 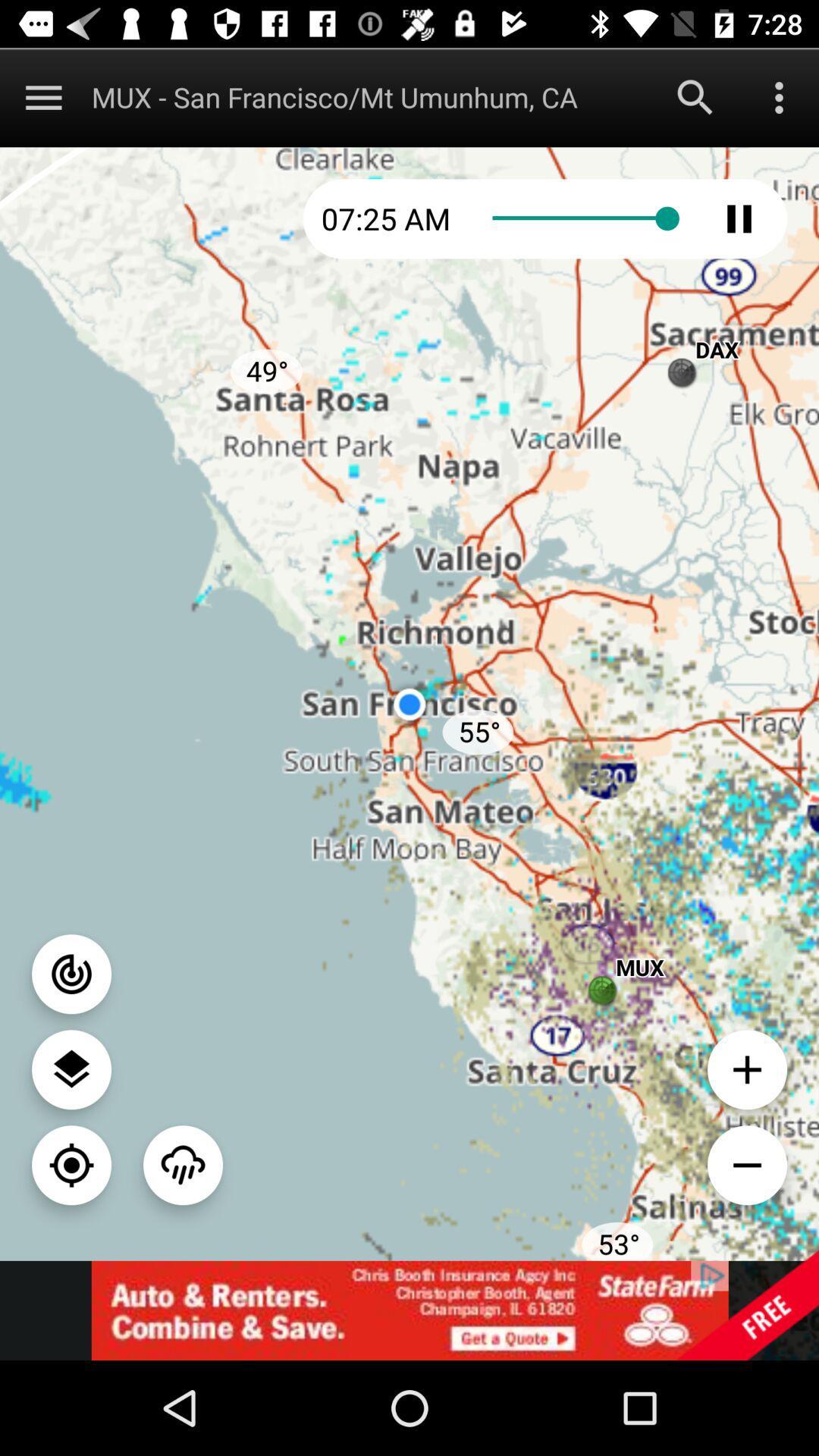 I want to click on the weather icon, so click(x=182, y=1164).